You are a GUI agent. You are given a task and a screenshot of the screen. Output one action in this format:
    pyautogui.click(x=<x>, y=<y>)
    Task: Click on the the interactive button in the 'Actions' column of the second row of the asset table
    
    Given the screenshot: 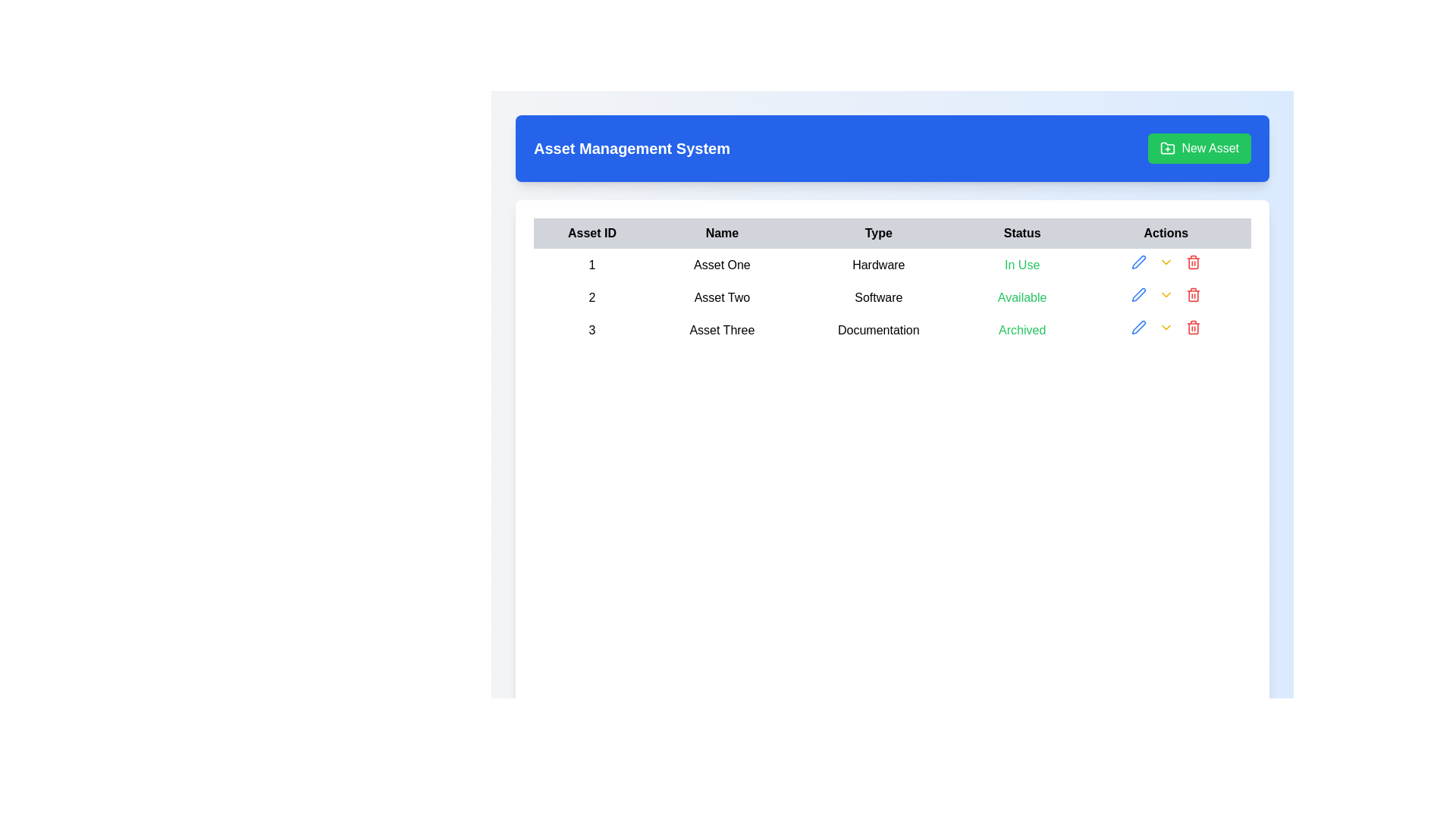 What is the action you would take?
    pyautogui.click(x=1165, y=295)
    